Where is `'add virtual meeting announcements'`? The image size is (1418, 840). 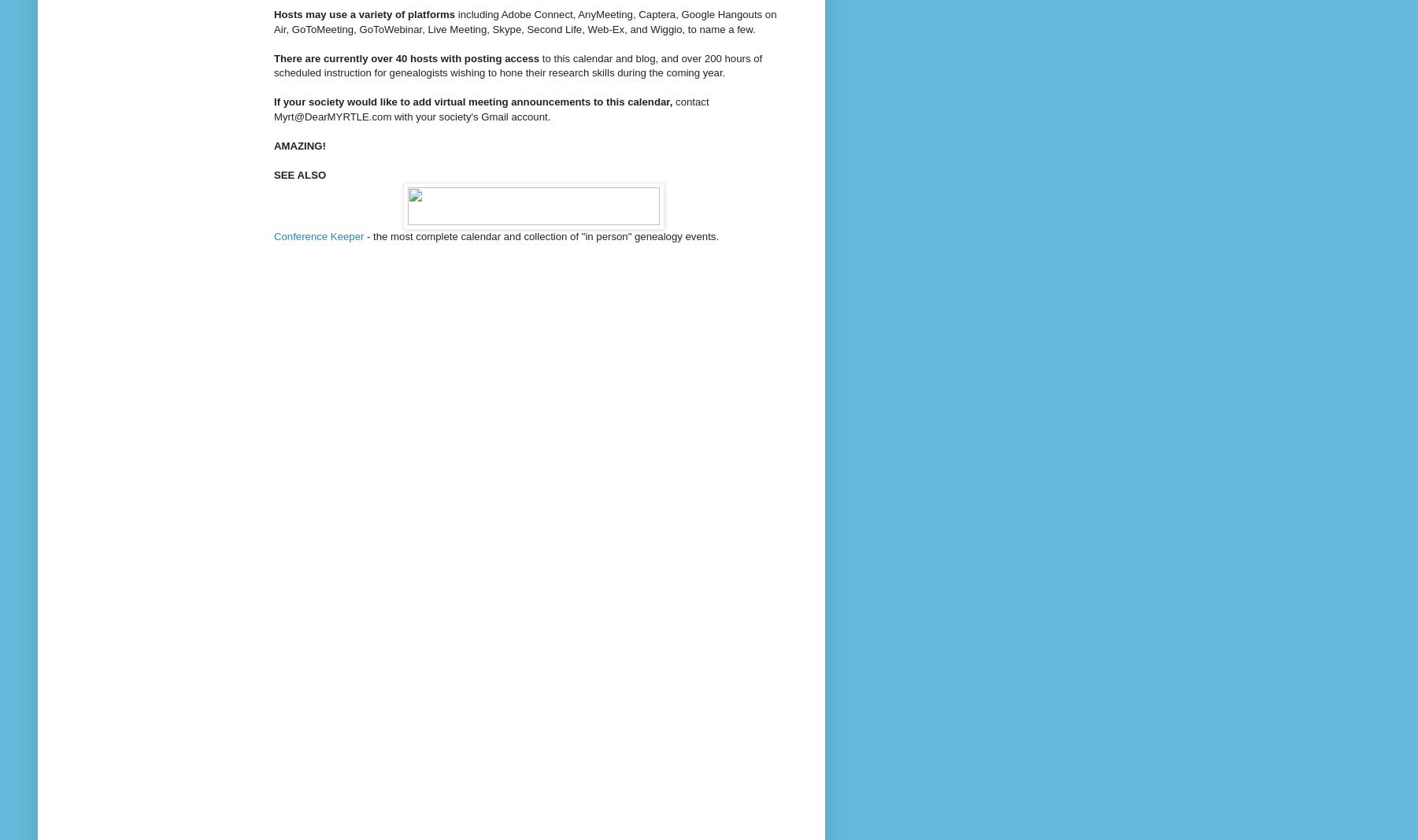 'add virtual meeting announcements' is located at coordinates (501, 101).